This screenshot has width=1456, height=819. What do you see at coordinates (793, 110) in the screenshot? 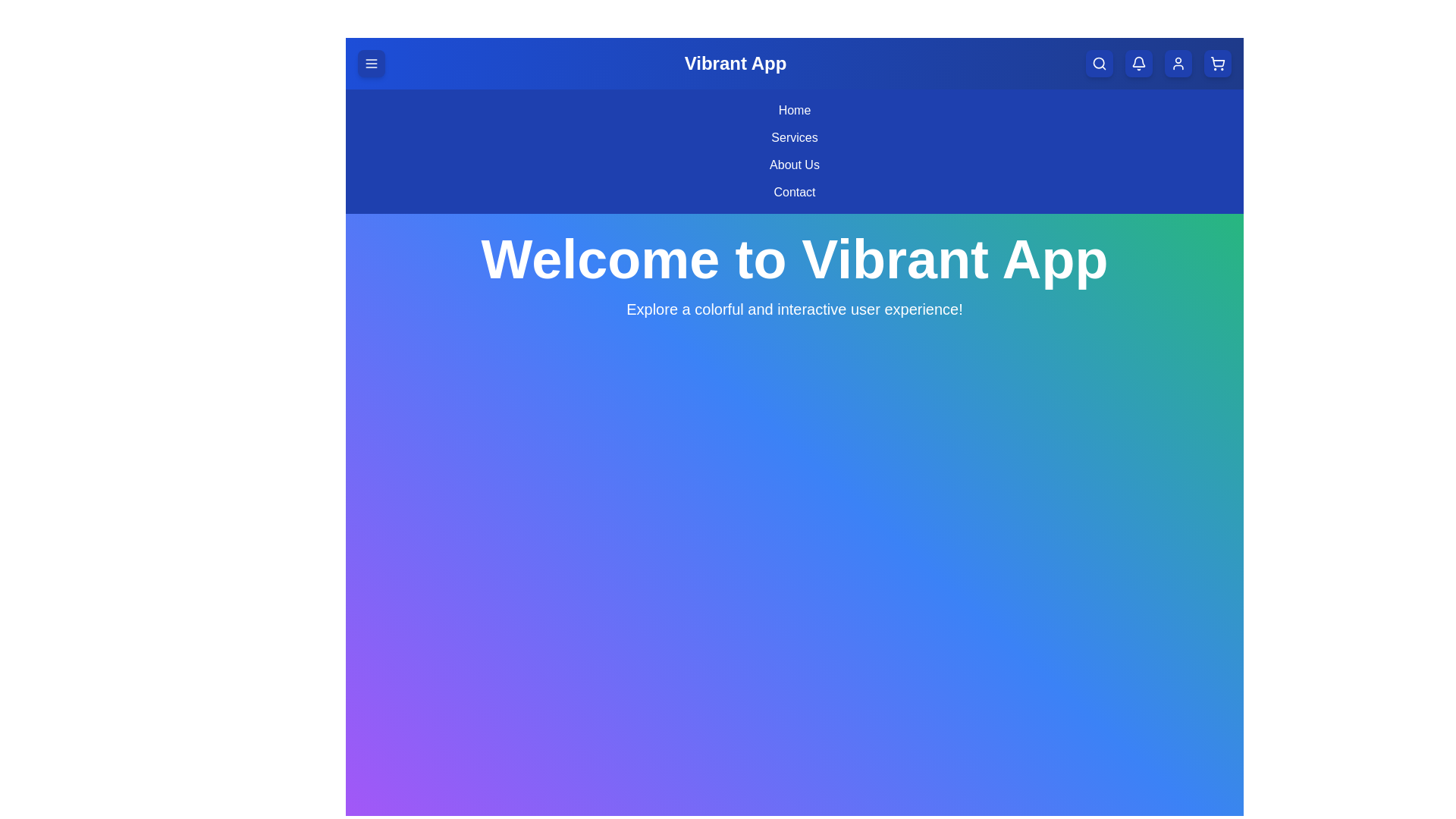
I see `the navigation menu item Home` at bounding box center [793, 110].